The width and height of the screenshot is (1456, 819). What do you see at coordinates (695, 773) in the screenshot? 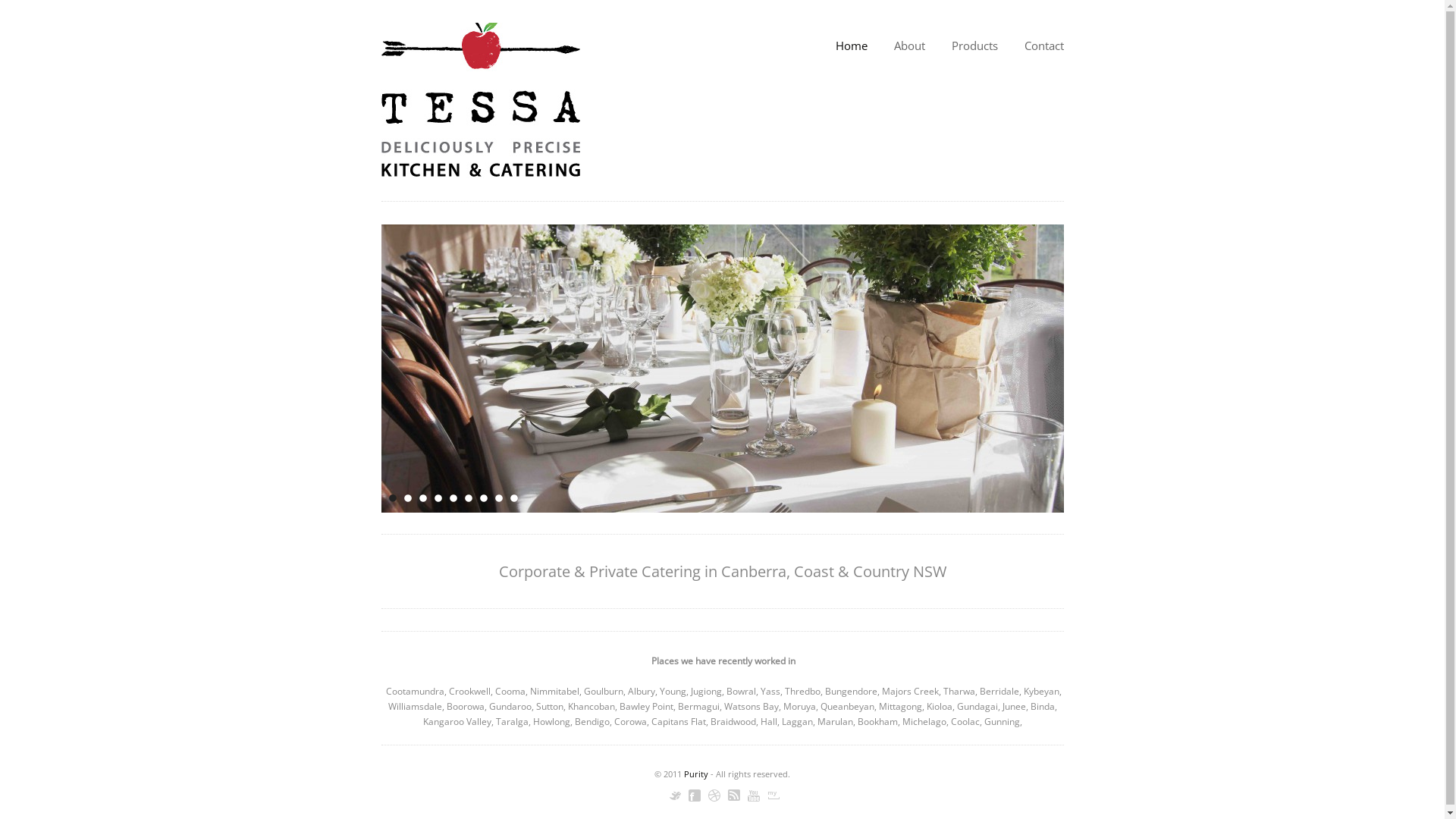
I see `'Purity'` at bounding box center [695, 773].